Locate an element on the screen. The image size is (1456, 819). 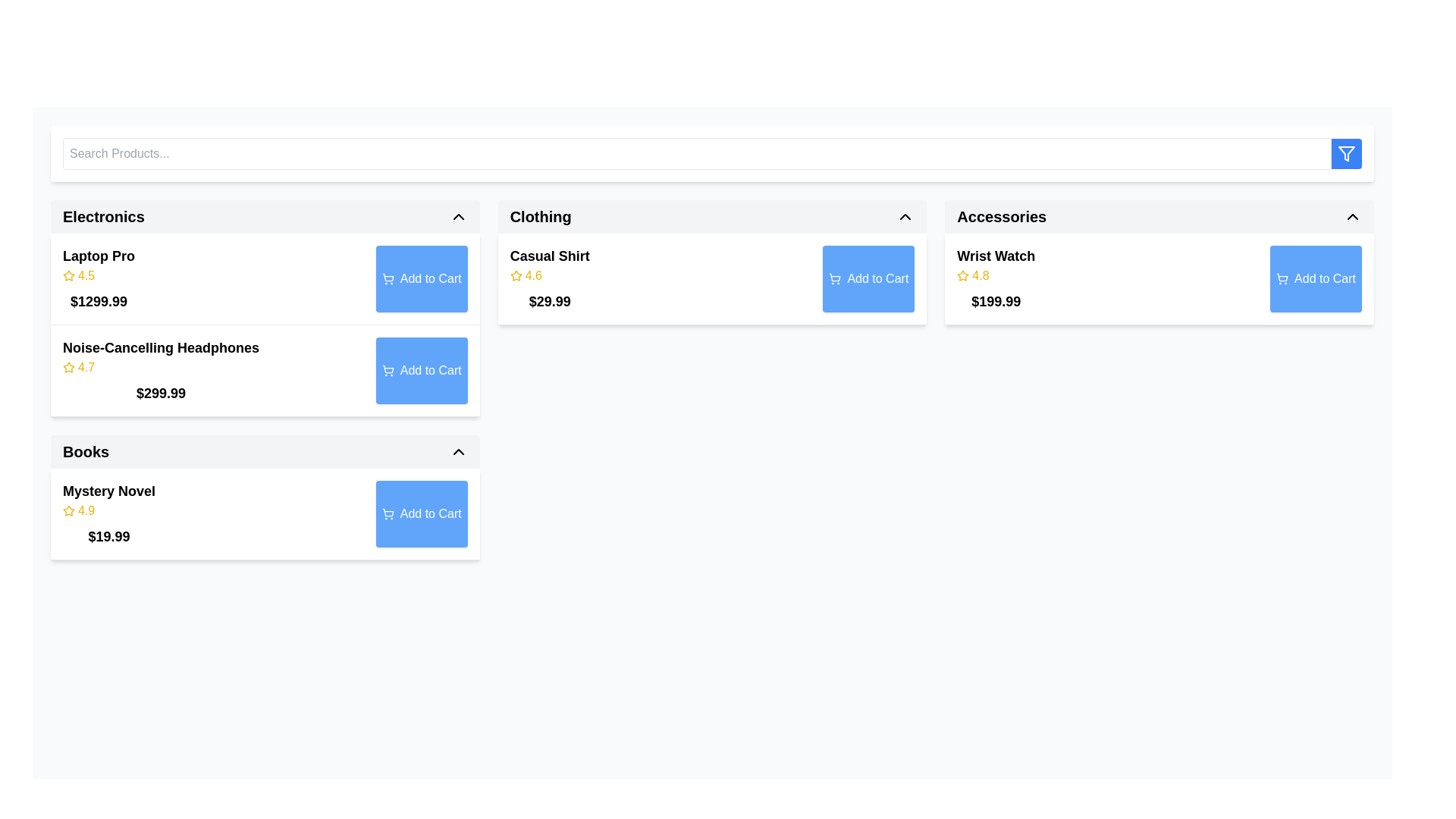
the 'Add to Cart' button that contains the shopping cart SVG icon in the 'Books' section for the 'Mystery Novel' item is located at coordinates (388, 512).